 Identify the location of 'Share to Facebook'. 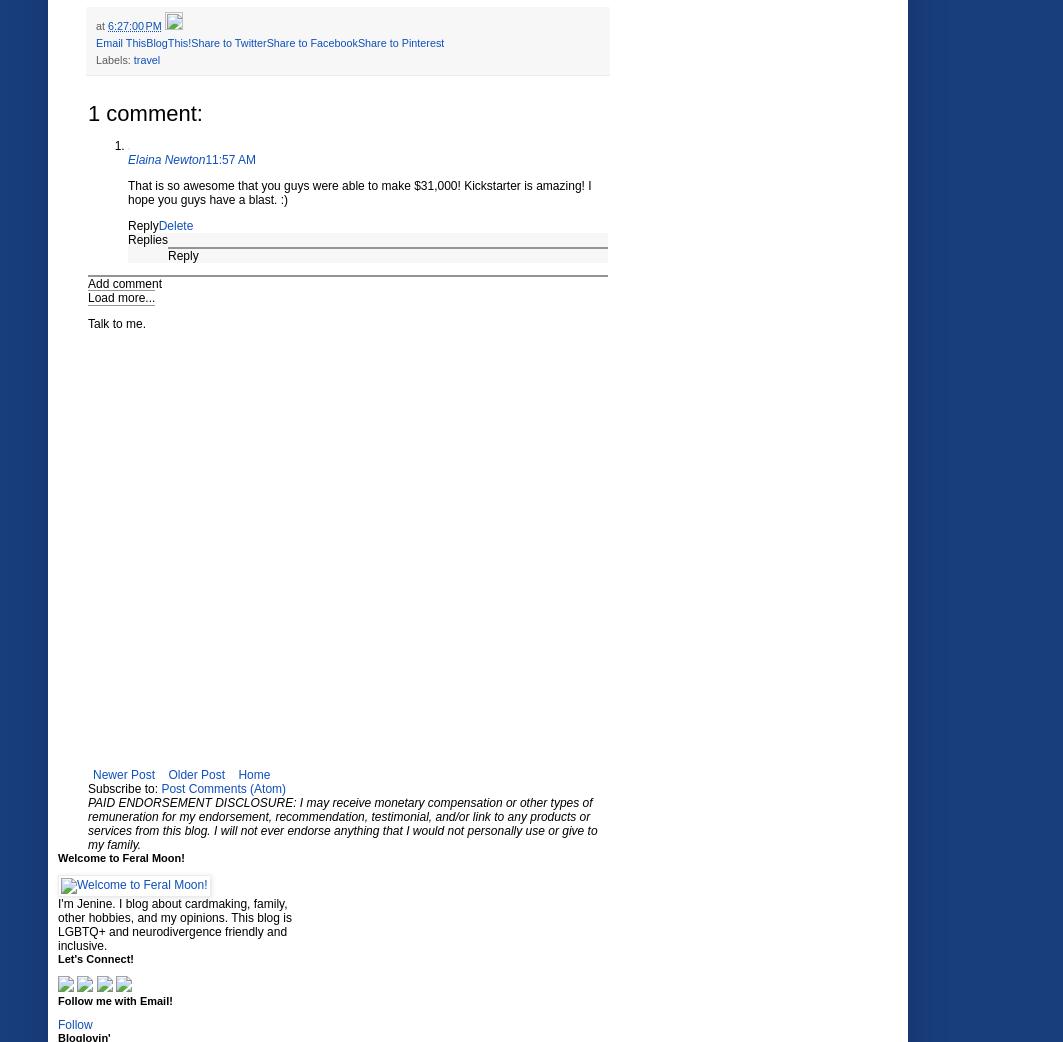
(311, 42).